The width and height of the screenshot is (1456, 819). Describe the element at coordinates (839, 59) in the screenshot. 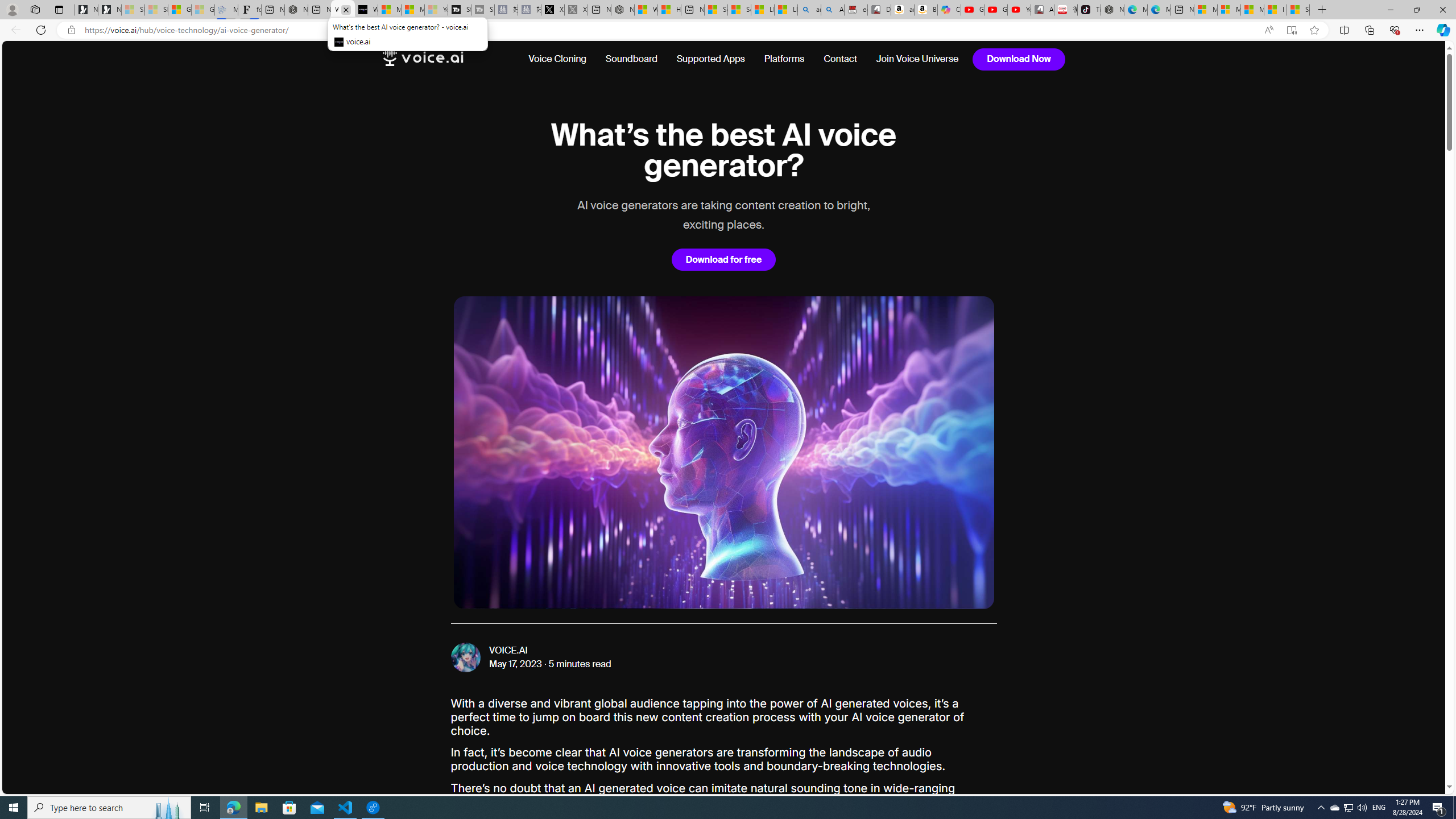

I see `'Contact'` at that location.